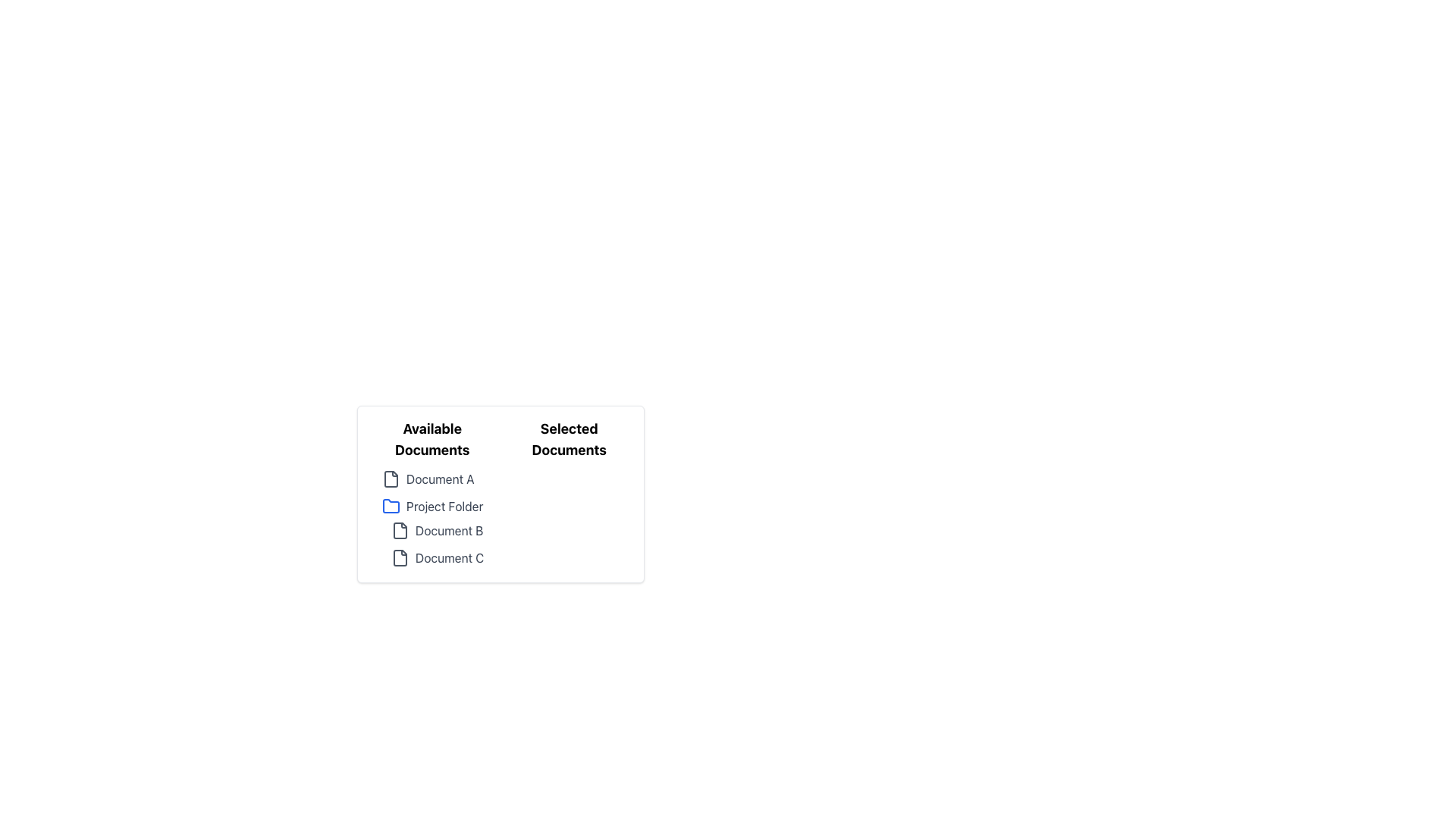  What do you see at coordinates (400, 558) in the screenshot?
I see `the icon representing 'Document C' that is located at the bottom of the 'Available Documents' list` at bounding box center [400, 558].